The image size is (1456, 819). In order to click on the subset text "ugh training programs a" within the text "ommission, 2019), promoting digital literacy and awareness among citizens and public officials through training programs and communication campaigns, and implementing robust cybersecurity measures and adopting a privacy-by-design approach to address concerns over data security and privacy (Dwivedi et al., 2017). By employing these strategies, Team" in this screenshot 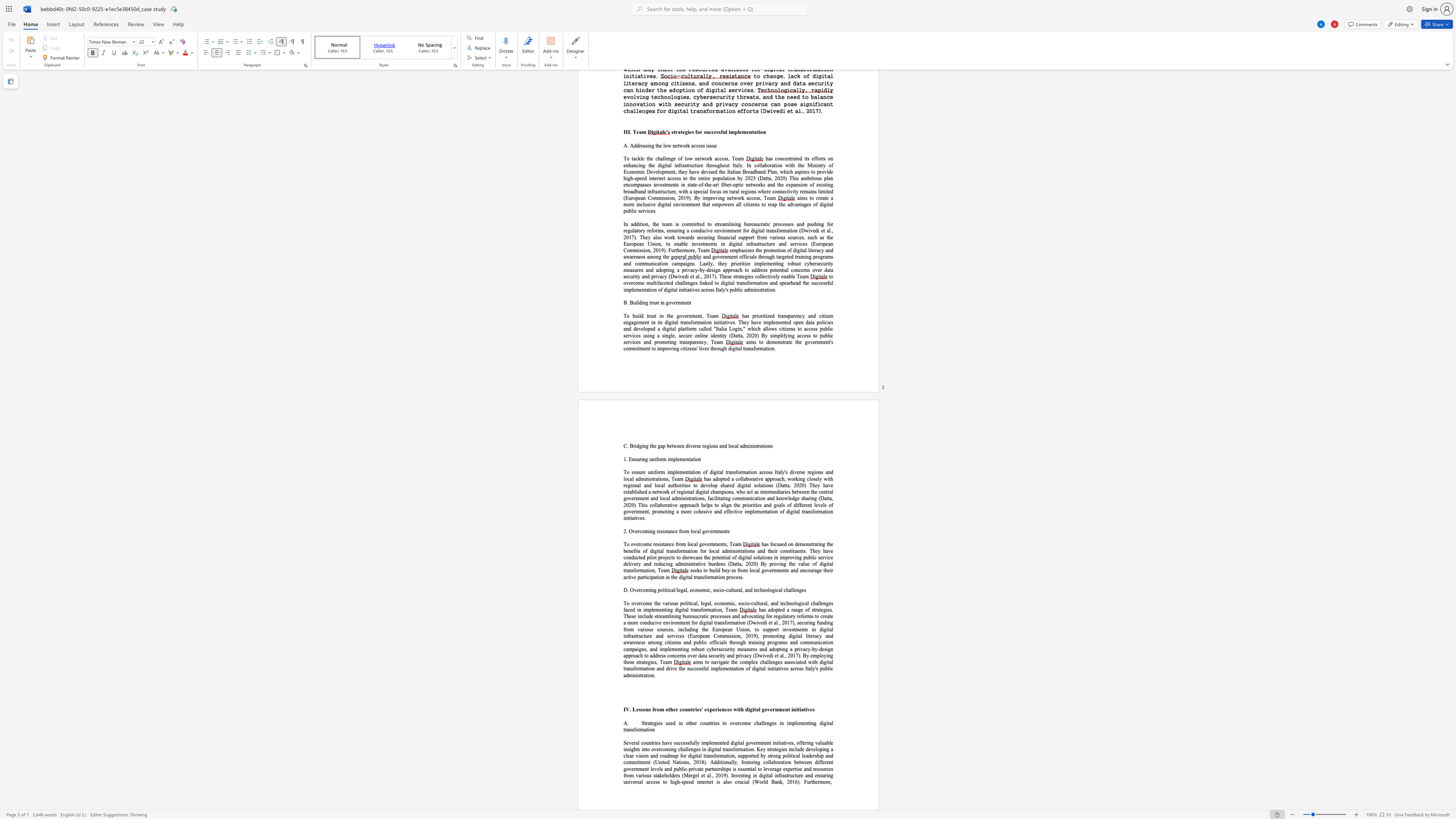, I will do `click(738, 642)`.